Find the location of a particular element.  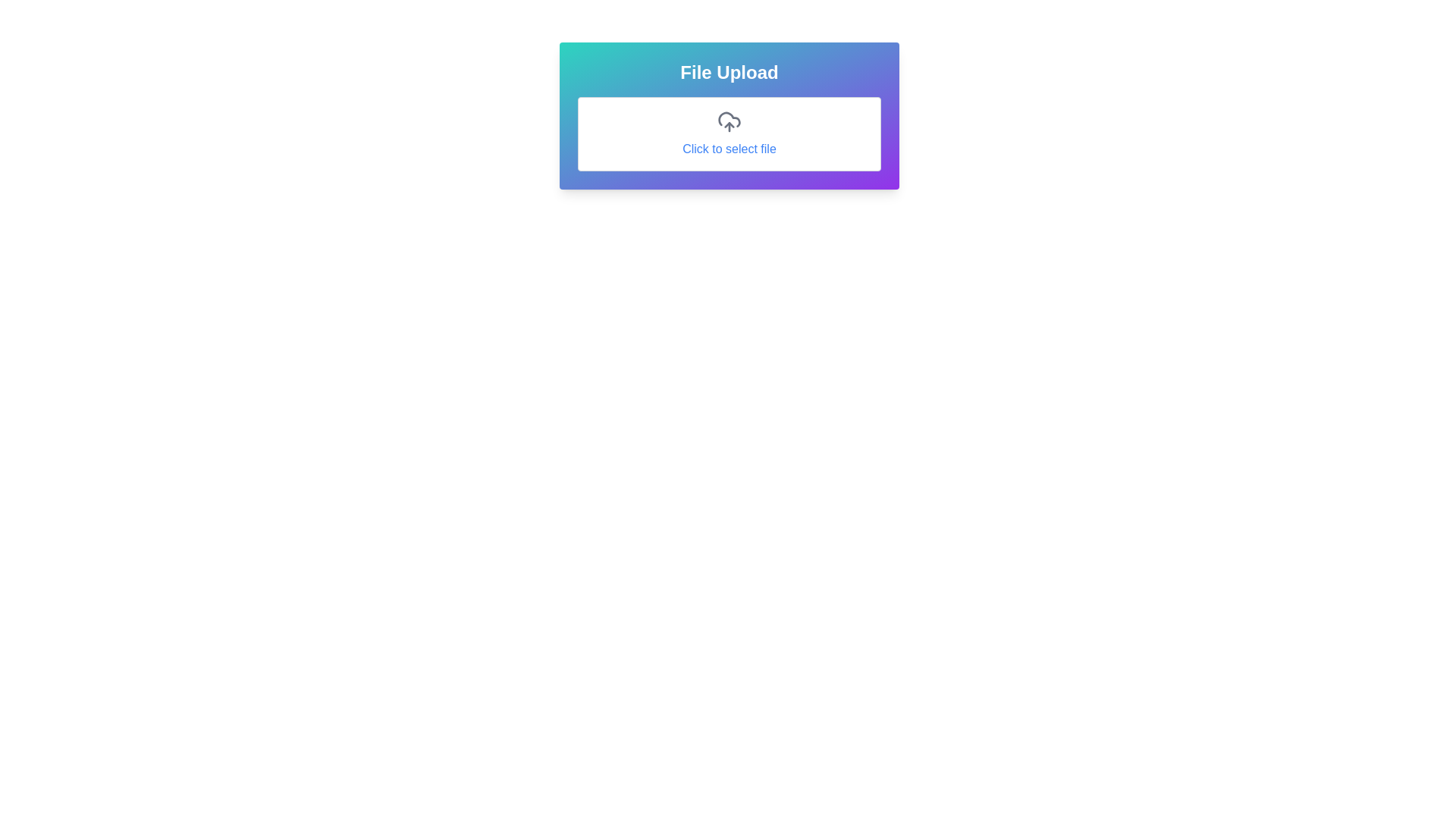

the File upload area located below the 'File Upload' heading to interact with it is located at coordinates (729, 133).